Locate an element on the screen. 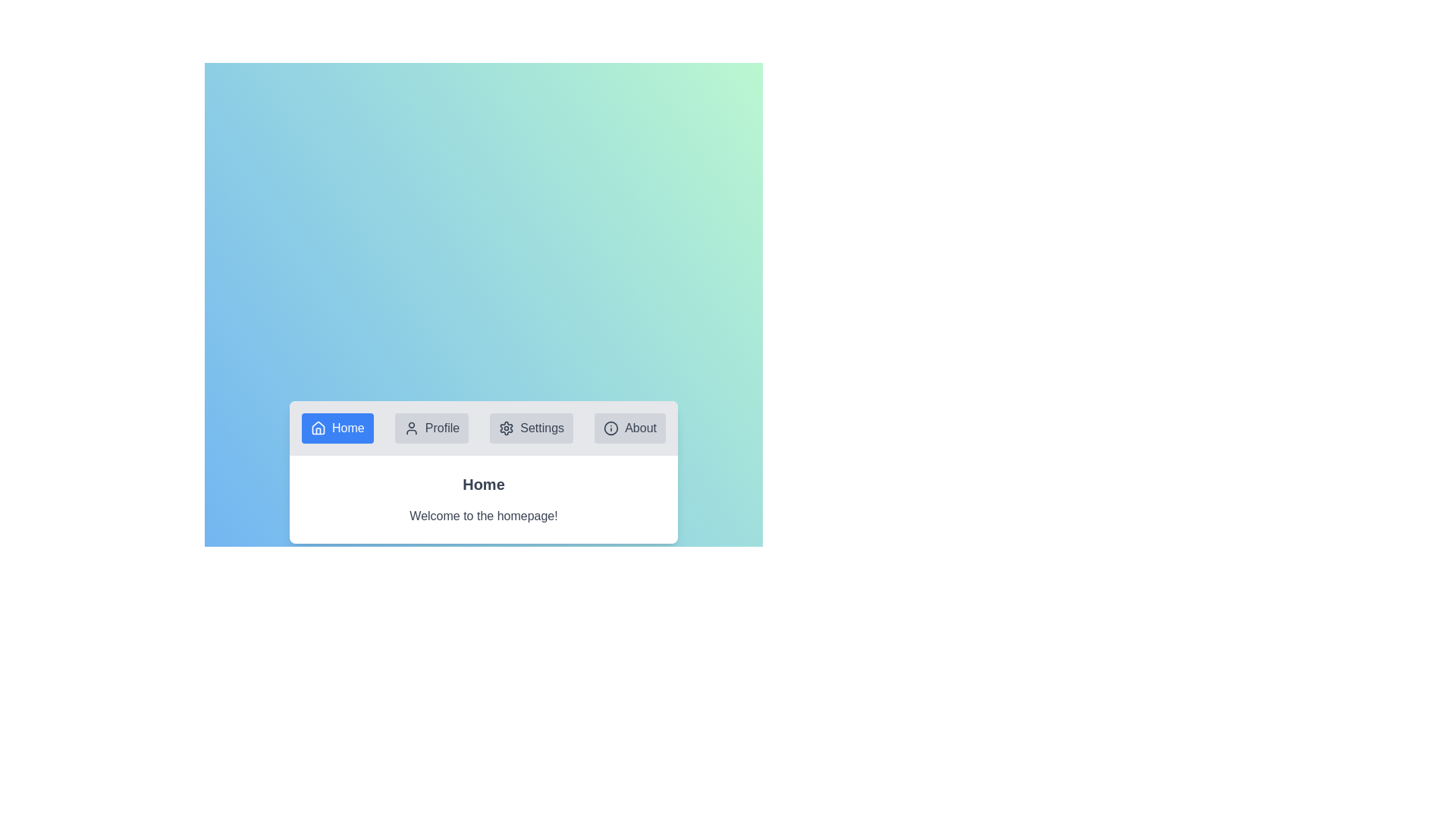 The height and width of the screenshot is (819, 1456). the Profile tab by clicking on it is located at coordinates (431, 428).